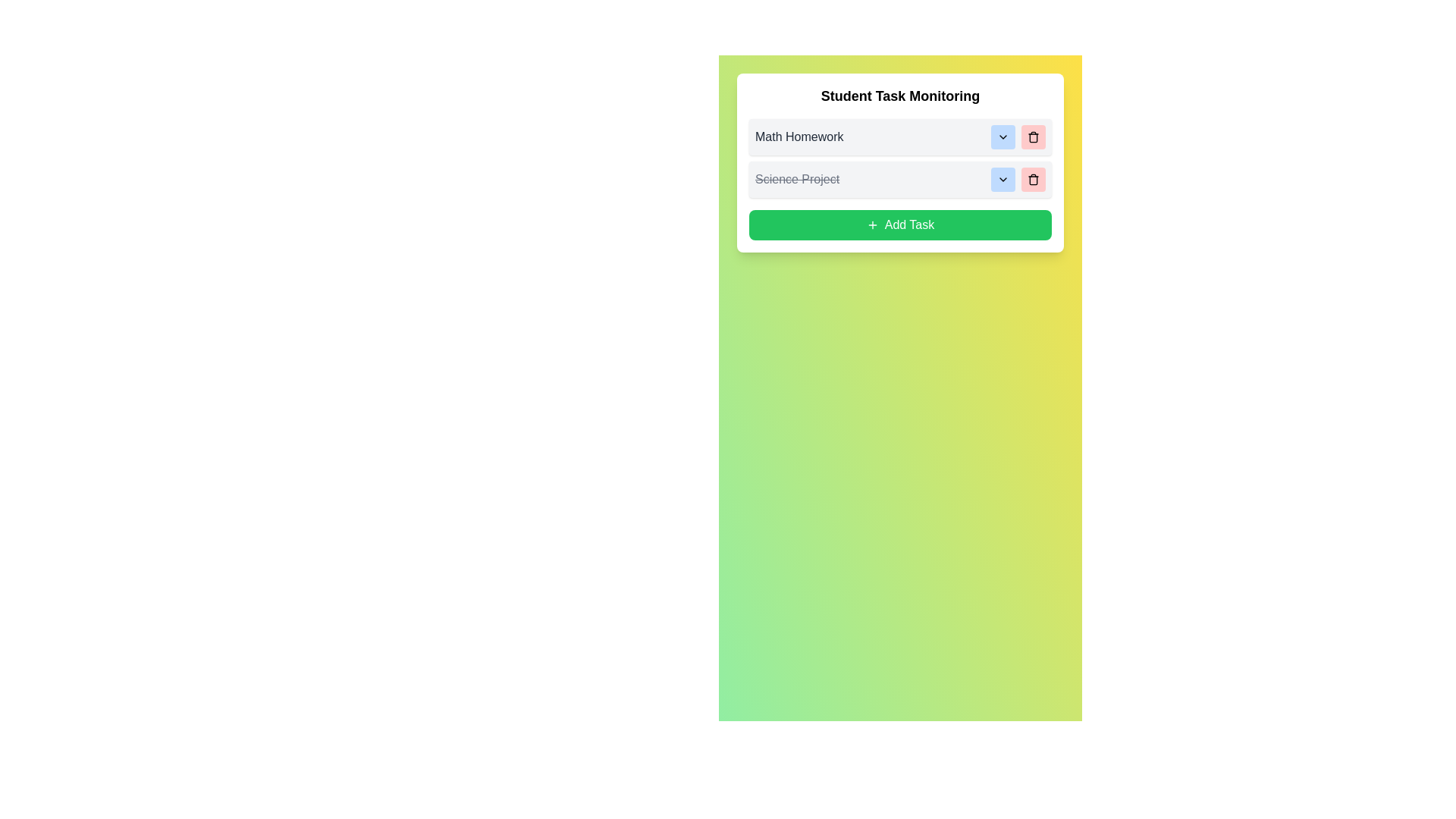  I want to click on the strikethrough text label 'Science Project', which indicates a completed task and is positioned directly under the 'Math Homework' element, so click(796, 178).